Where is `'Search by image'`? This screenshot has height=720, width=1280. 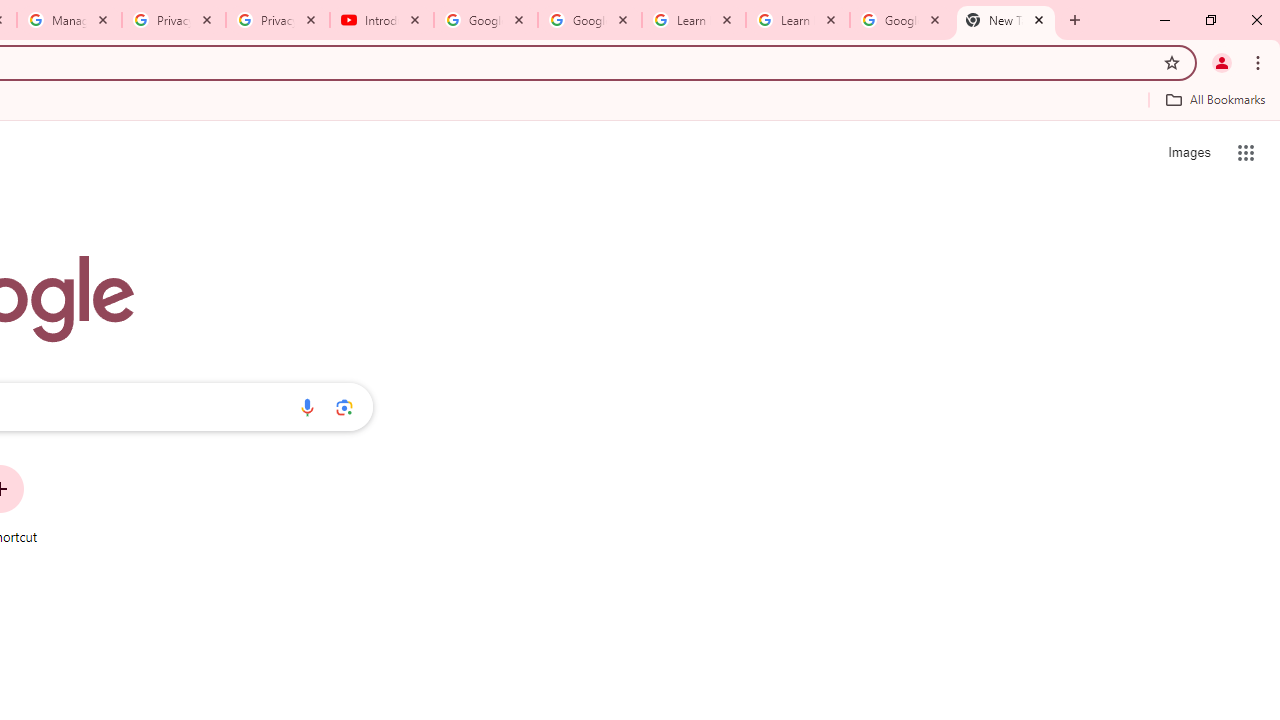
'Search by image' is located at coordinates (344, 406).